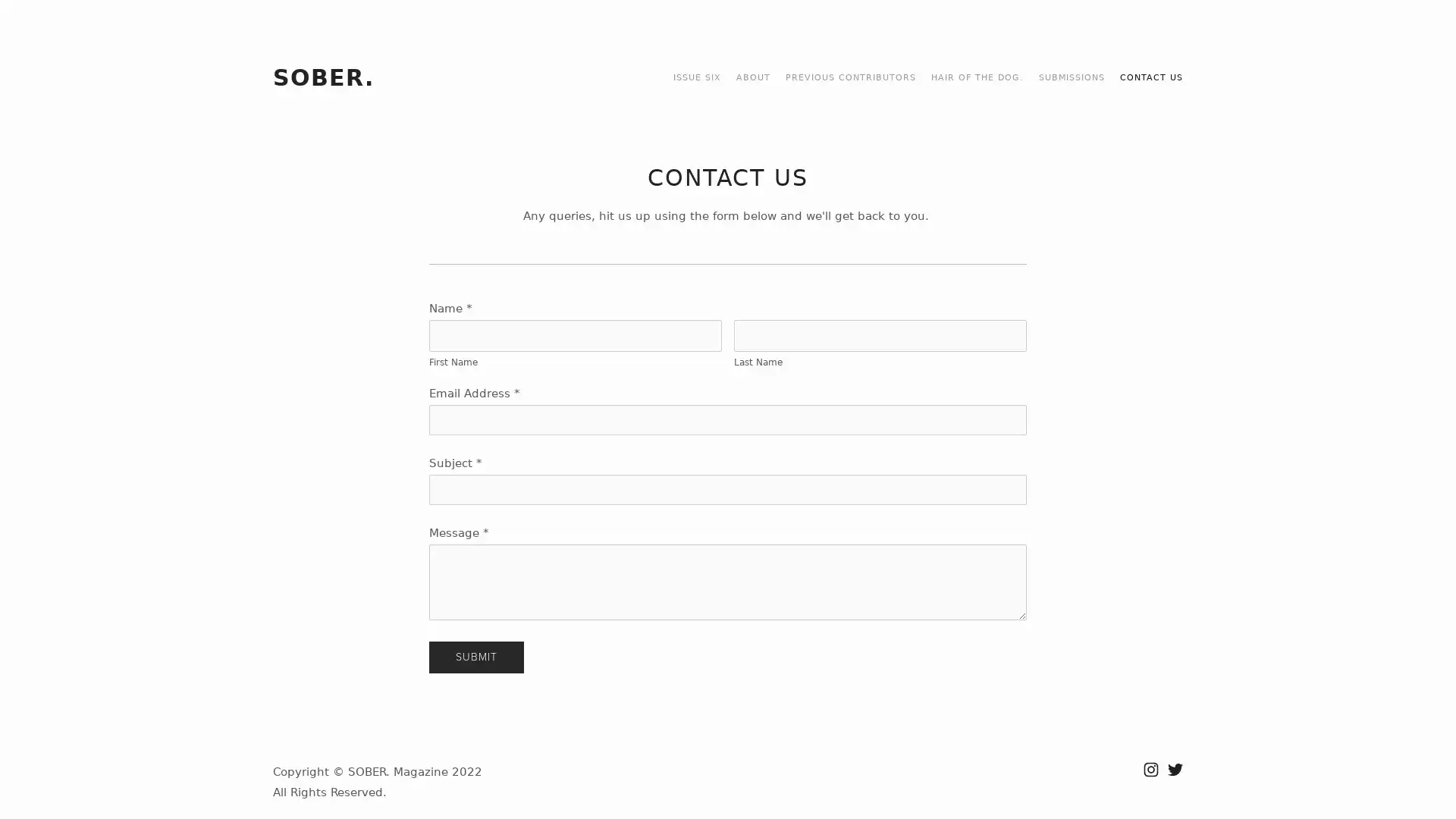 The image size is (1456, 819). What do you see at coordinates (475, 657) in the screenshot?
I see `Submit` at bounding box center [475, 657].